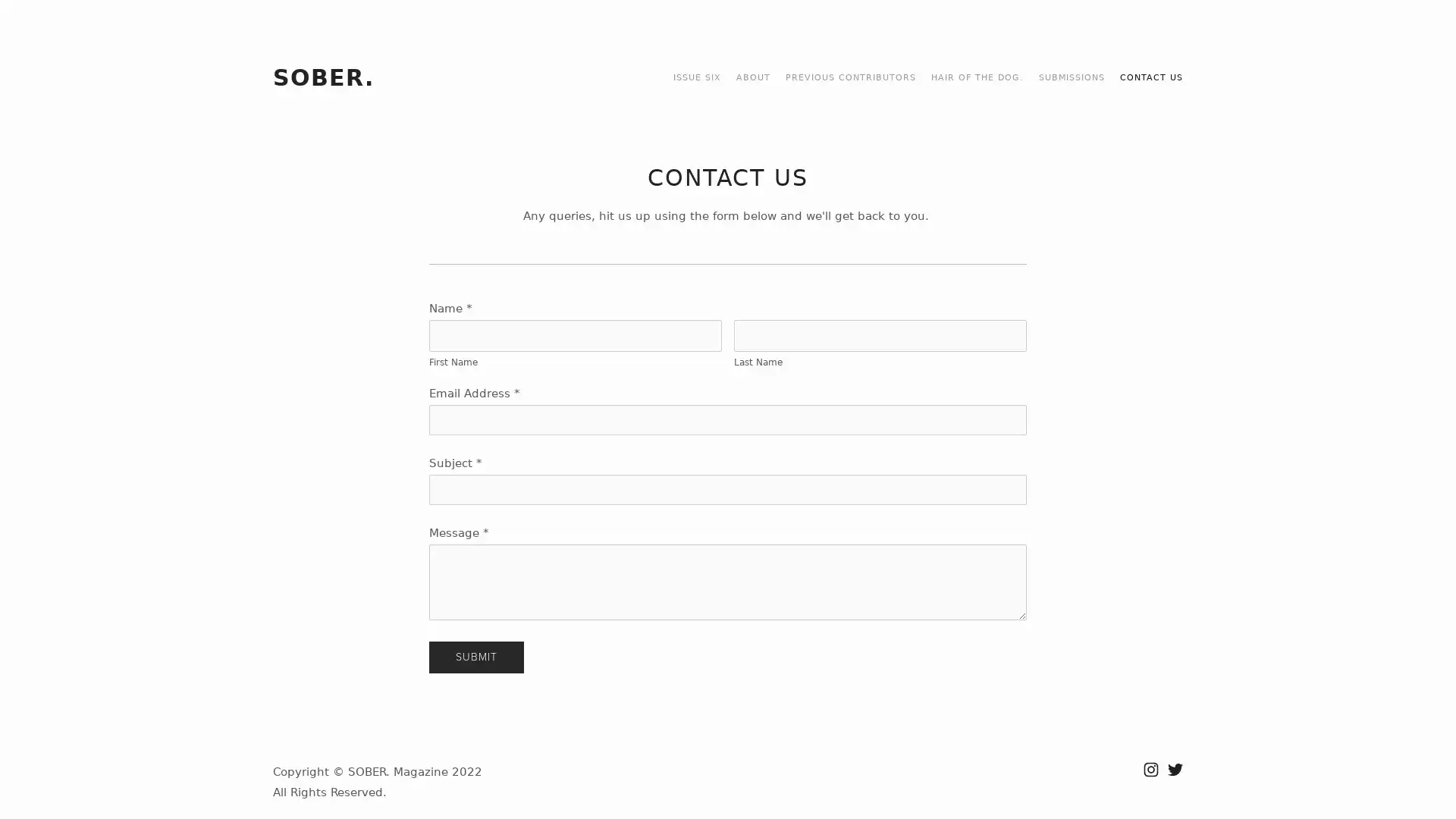 The image size is (1456, 819). What do you see at coordinates (475, 657) in the screenshot?
I see `Submit` at bounding box center [475, 657].